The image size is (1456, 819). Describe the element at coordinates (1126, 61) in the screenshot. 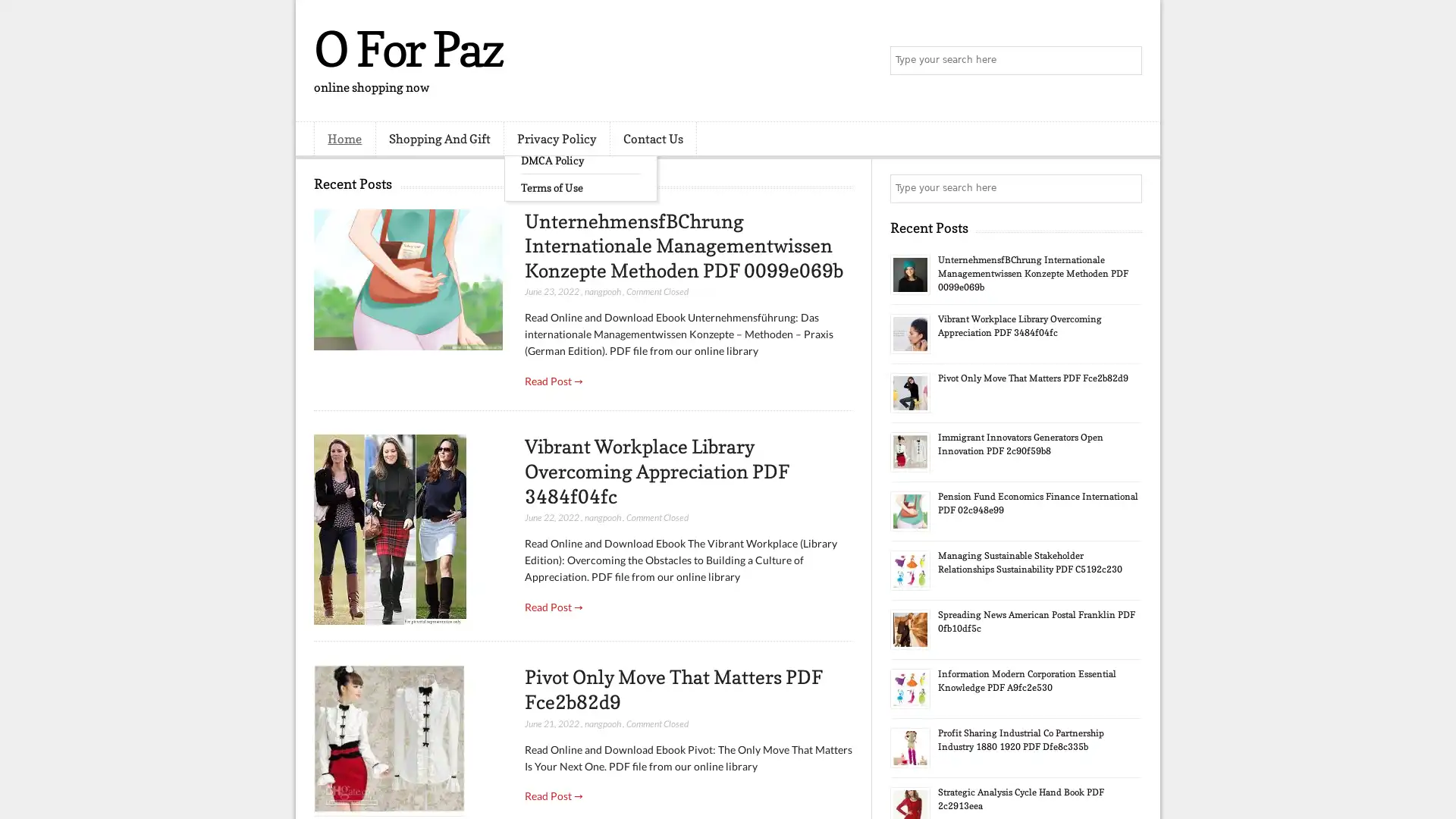

I see `Search` at that location.